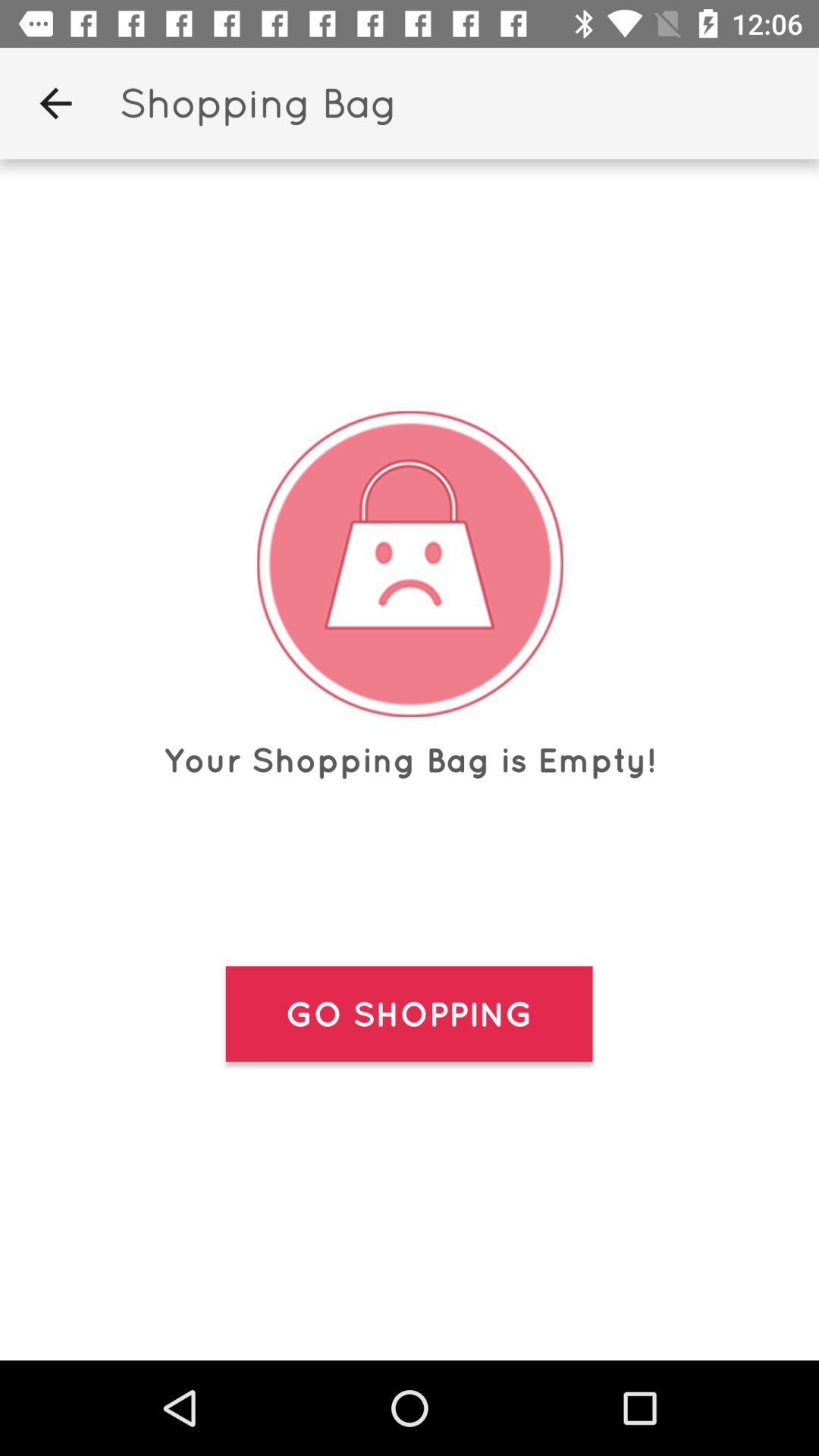 The height and width of the screenshot is (1456, 819). I want to click on the icon next to the shopping bag, so click(55, 102).